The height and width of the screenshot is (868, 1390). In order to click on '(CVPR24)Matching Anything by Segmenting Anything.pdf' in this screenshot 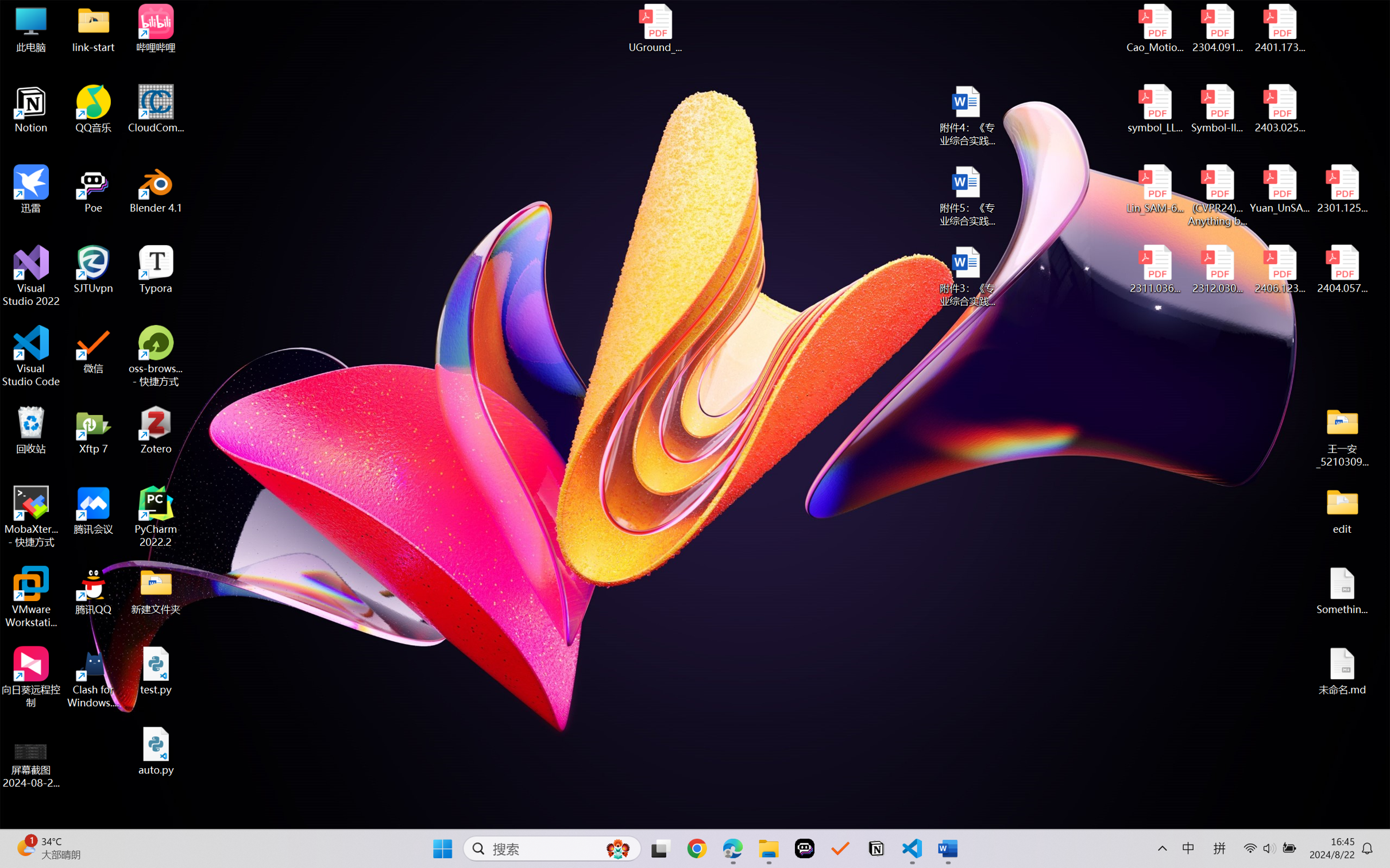, I will do `click(1217, 195)`.